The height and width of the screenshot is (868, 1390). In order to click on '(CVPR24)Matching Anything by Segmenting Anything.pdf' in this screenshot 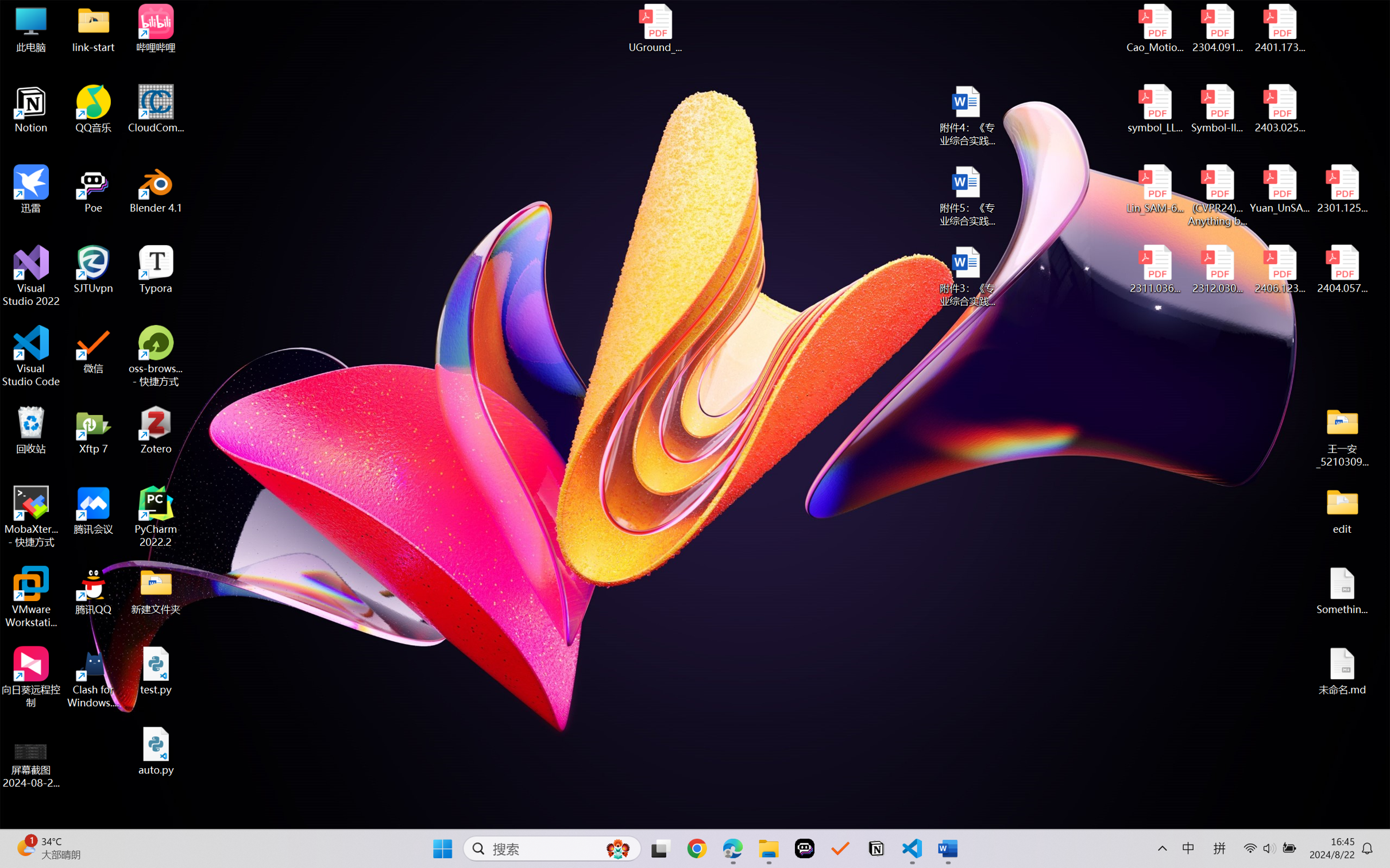, I will do `click(1217, 195)`.